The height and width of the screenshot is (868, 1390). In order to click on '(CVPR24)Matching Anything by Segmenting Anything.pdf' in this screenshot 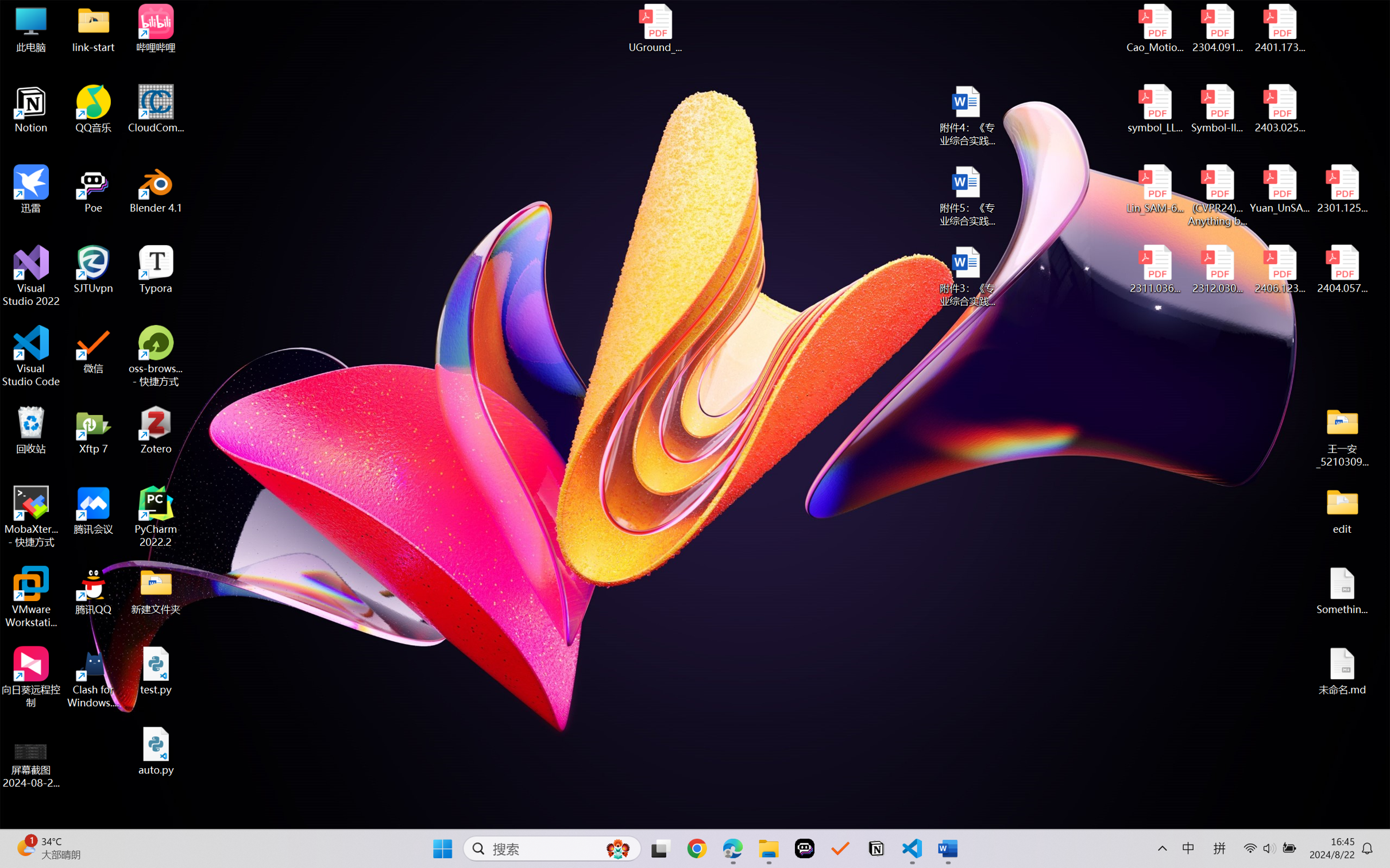, I will do `click(1217, 195)`.